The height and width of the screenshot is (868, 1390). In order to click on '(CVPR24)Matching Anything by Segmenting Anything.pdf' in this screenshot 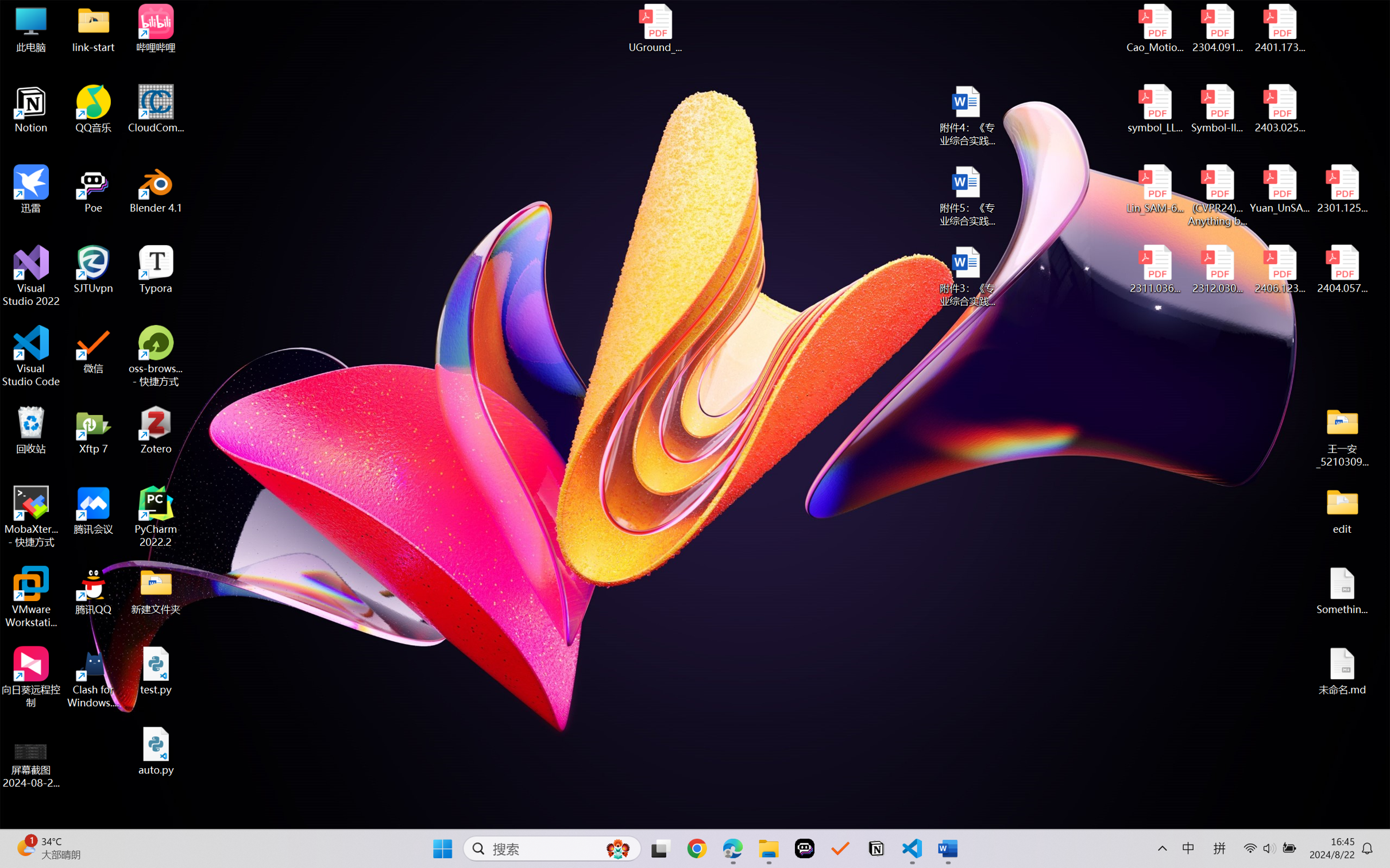, I will do `click(1217, 195)`.